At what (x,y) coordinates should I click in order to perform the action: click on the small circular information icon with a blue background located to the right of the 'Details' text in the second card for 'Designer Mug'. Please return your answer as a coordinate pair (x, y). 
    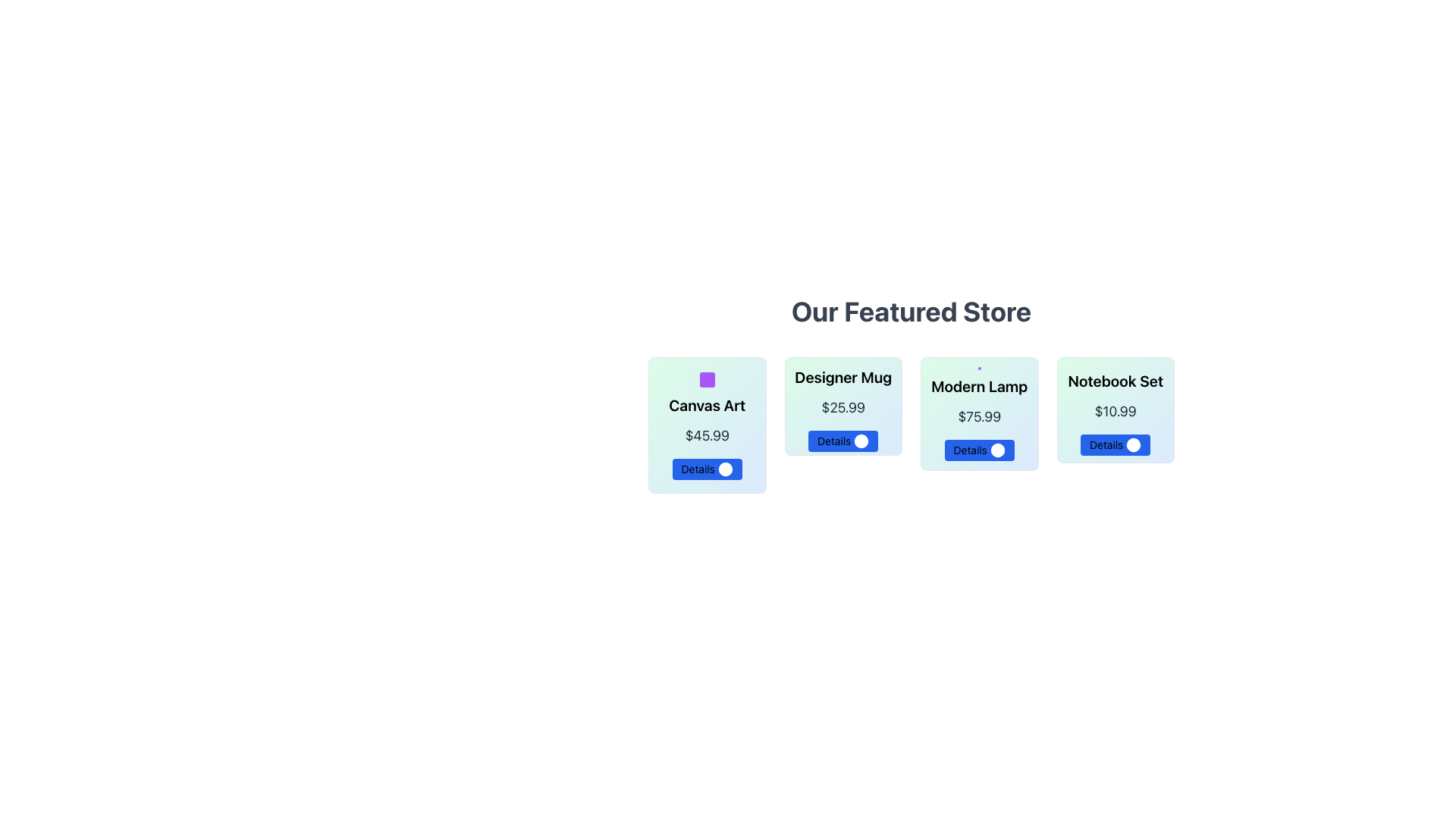
    Looking at the image, I should click on (861, 441).